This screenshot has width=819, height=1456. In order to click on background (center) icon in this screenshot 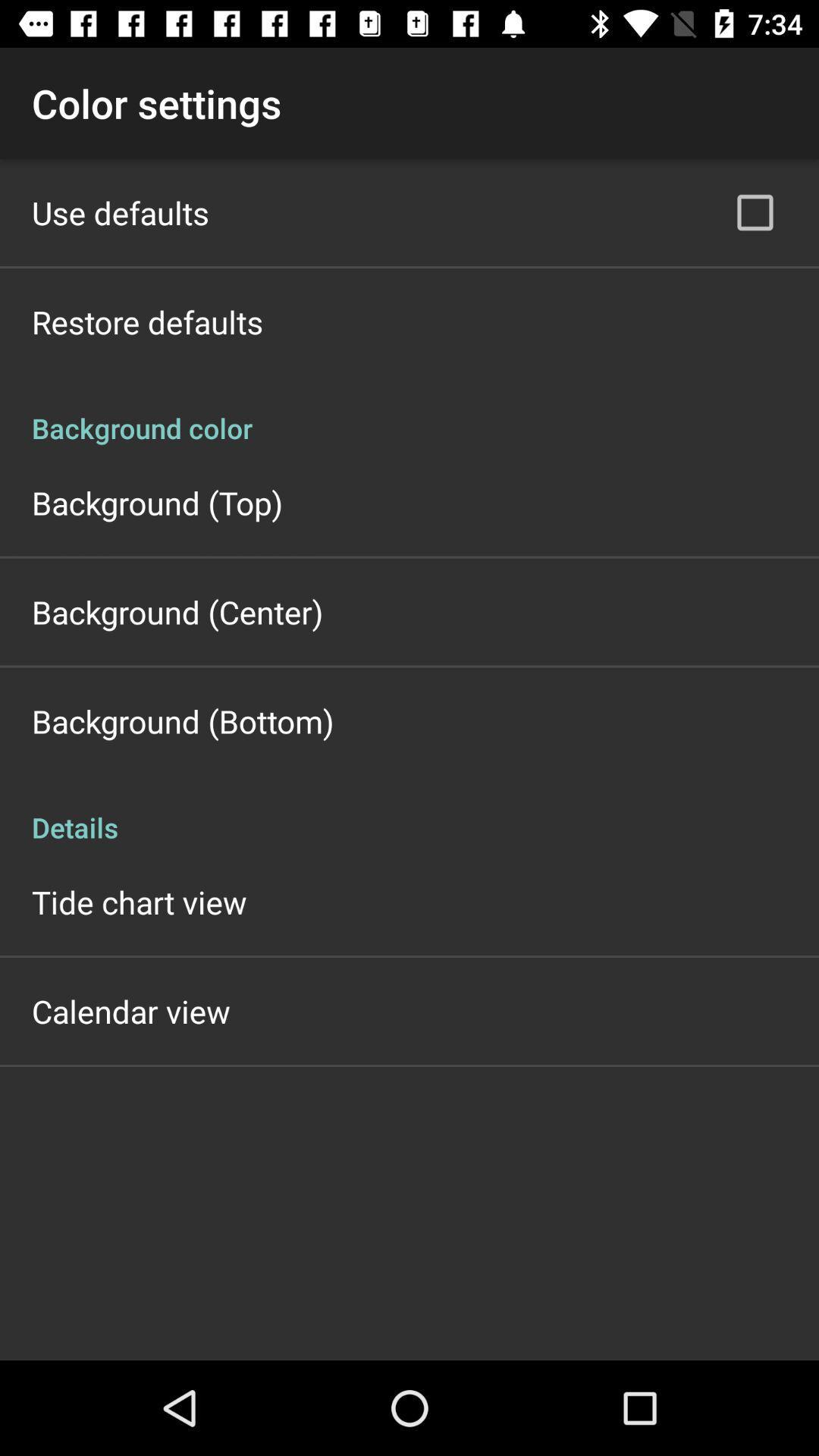, I will do `click(177, 611)`.